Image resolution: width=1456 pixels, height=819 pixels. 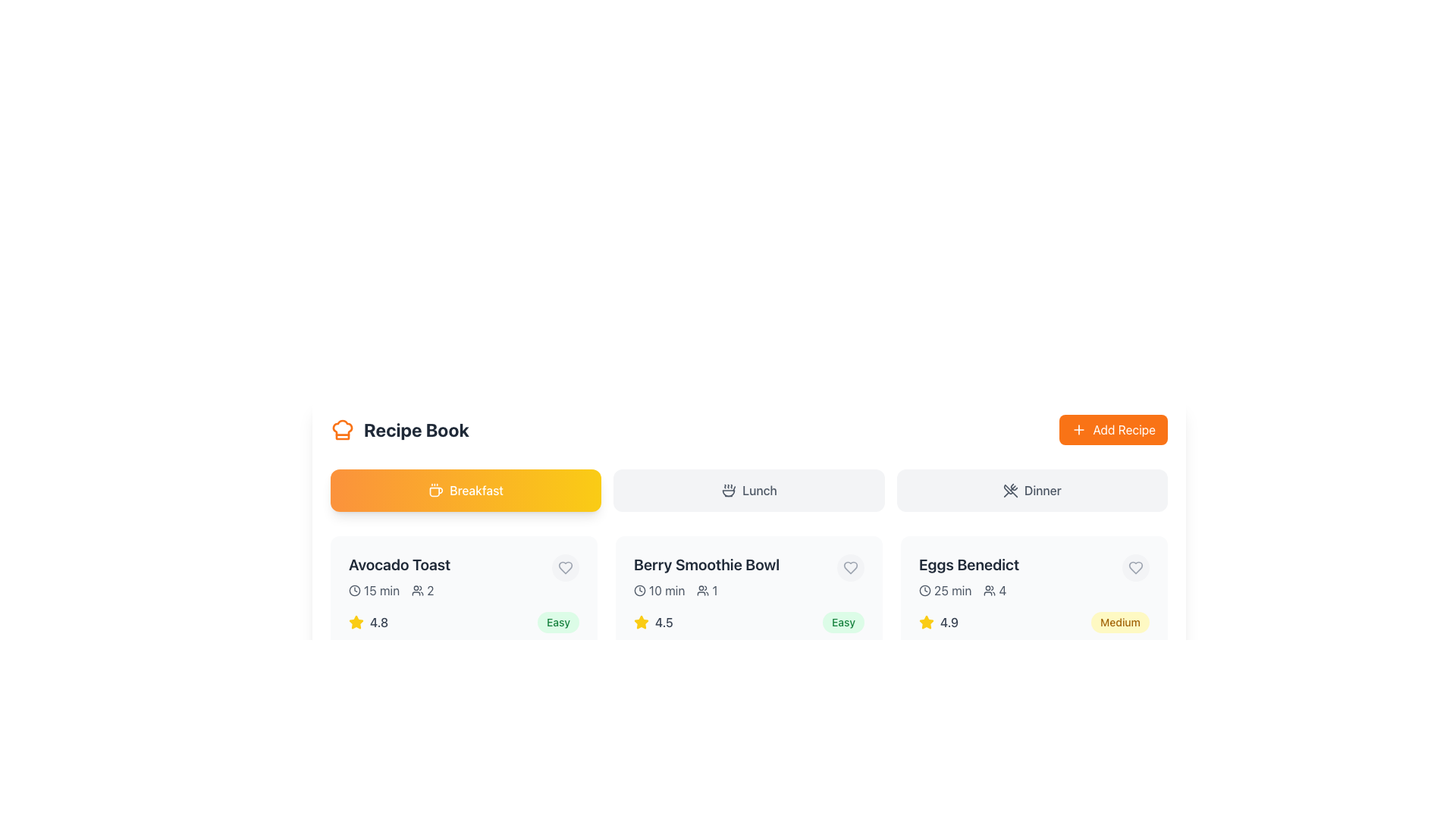 What do you see at coordinates (400, 576) in the screenshot?
I see `the icons associated with the recipe title 'Avocado Toast' in the first recipe card under the 'Breakfast' section` at bounding box center [400, 576].